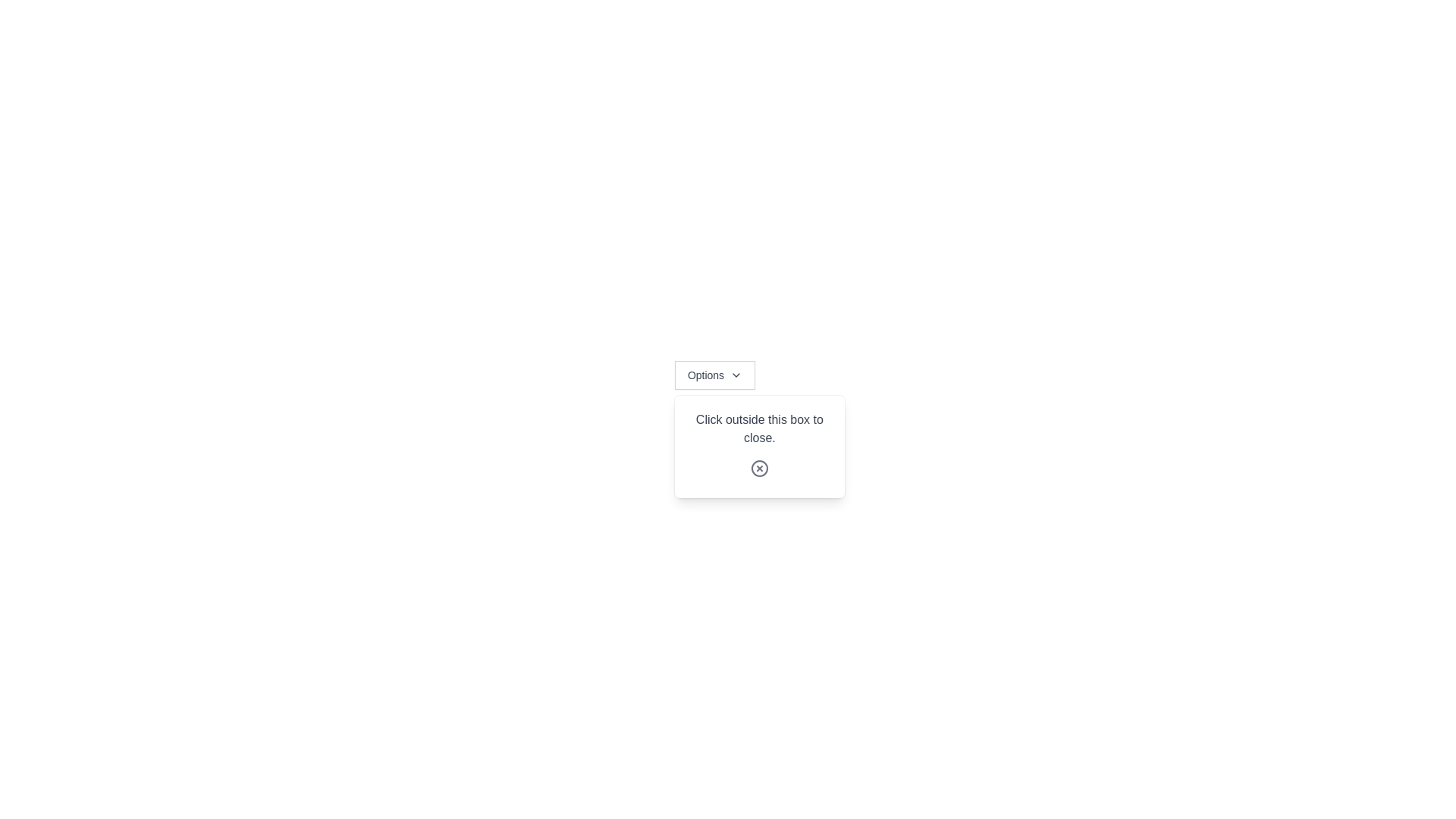 This screenshot has width=1456, height=819. What do you see at coordinates (736, 375) in the screenshot?
I see `the icon next to the 'Options' button` at bounding box center [736, 375].